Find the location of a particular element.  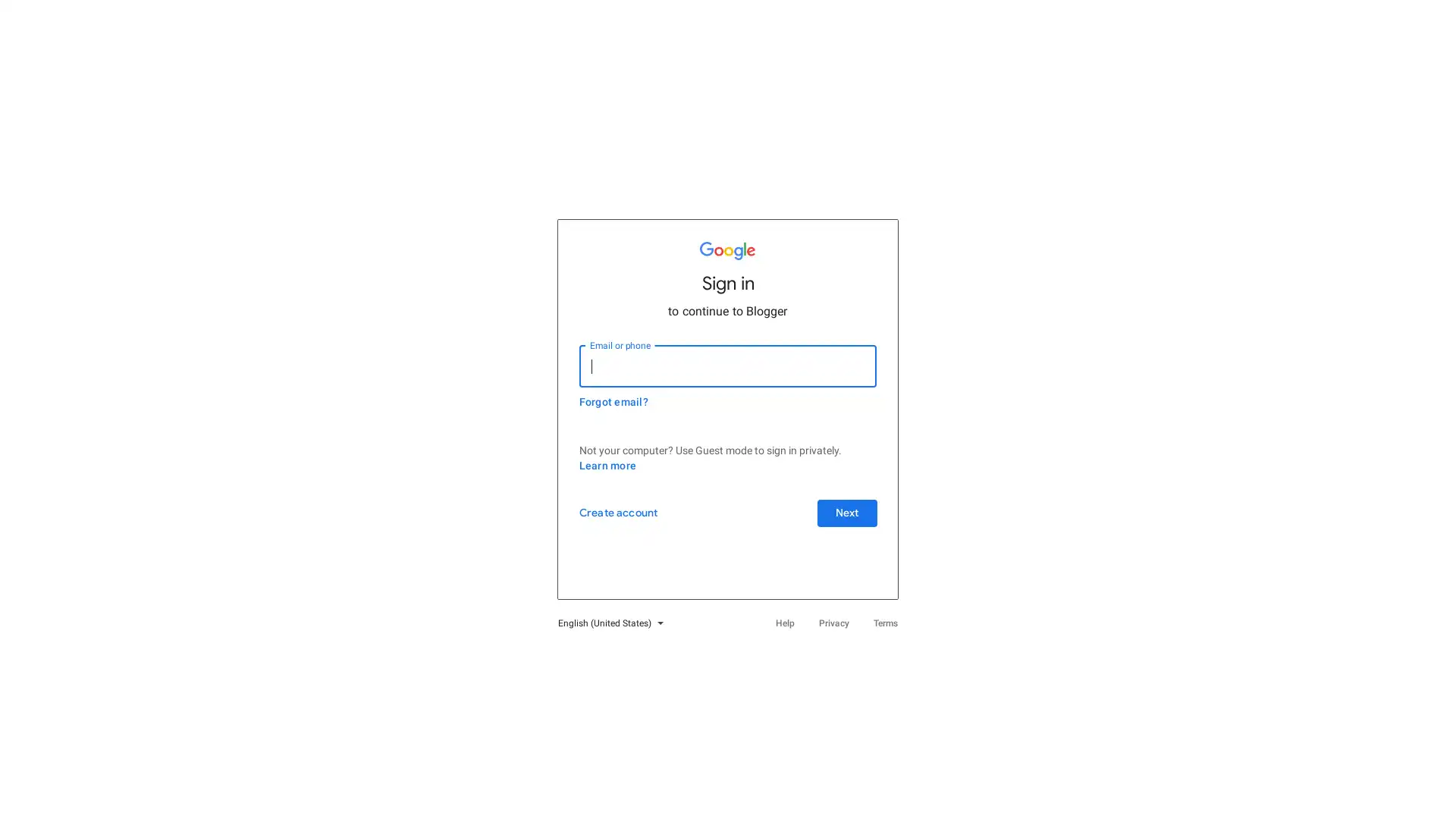

Forgot email? is located at coordinates (623, 415).